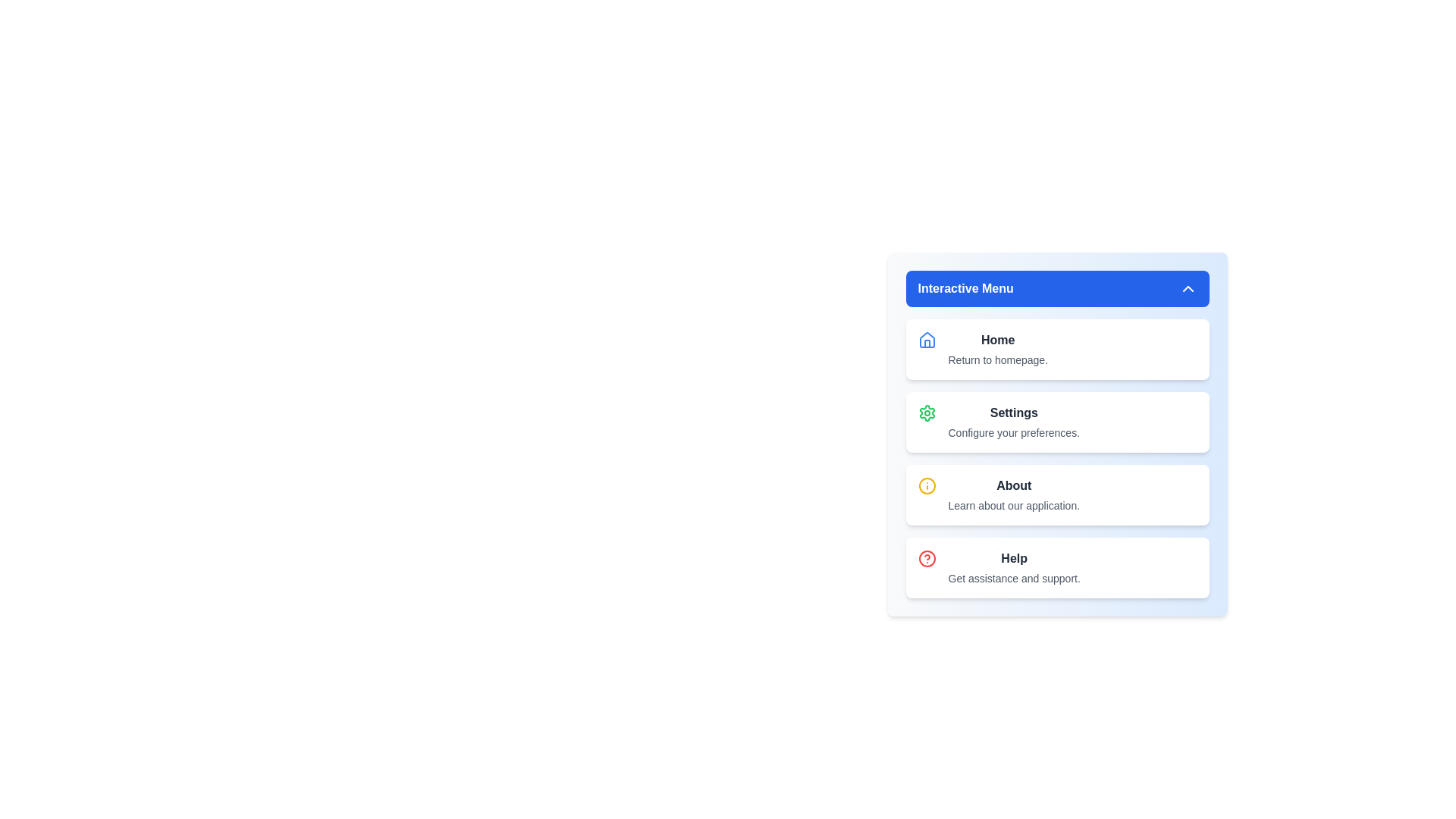 This screenshot has height=819, width=1456. I want to click on the 'Home' text label in the menu, which indicates the current or default page and is positioned above the 'Return to homepage.' text, so click(998, 339).